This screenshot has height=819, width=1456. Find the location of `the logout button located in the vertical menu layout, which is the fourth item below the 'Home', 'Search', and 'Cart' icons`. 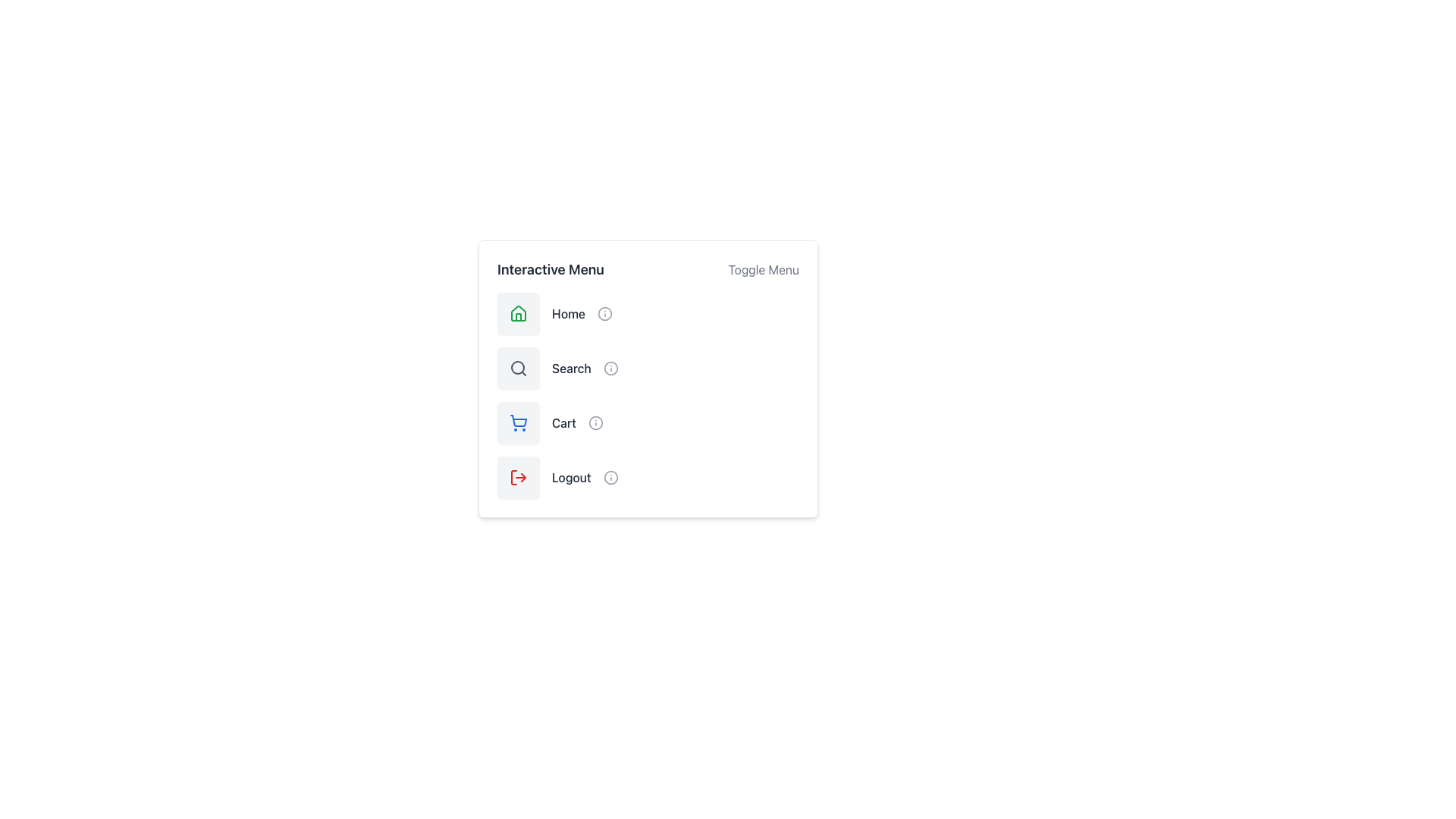

the logout button located in the vertical menu layout, which is the fourth item below the 'Home', 'Search', and 'Cart' icons is located at coordinates (519, 476).